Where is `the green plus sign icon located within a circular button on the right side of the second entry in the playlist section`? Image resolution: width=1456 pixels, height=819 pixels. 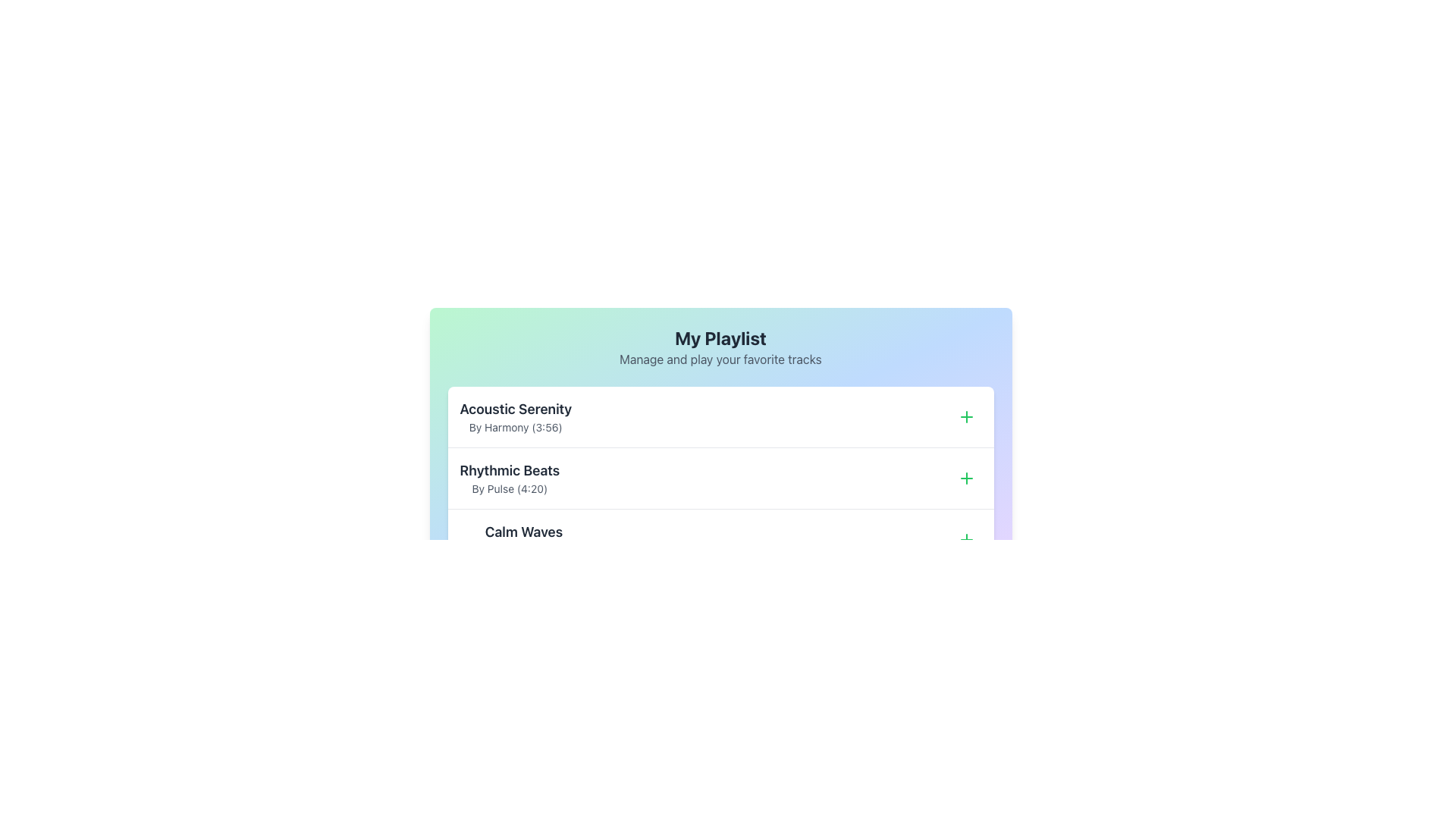 the green plus sign icon located within a circular button on the right side of the second entry in the playlist section is located at coordinates (965, 479).